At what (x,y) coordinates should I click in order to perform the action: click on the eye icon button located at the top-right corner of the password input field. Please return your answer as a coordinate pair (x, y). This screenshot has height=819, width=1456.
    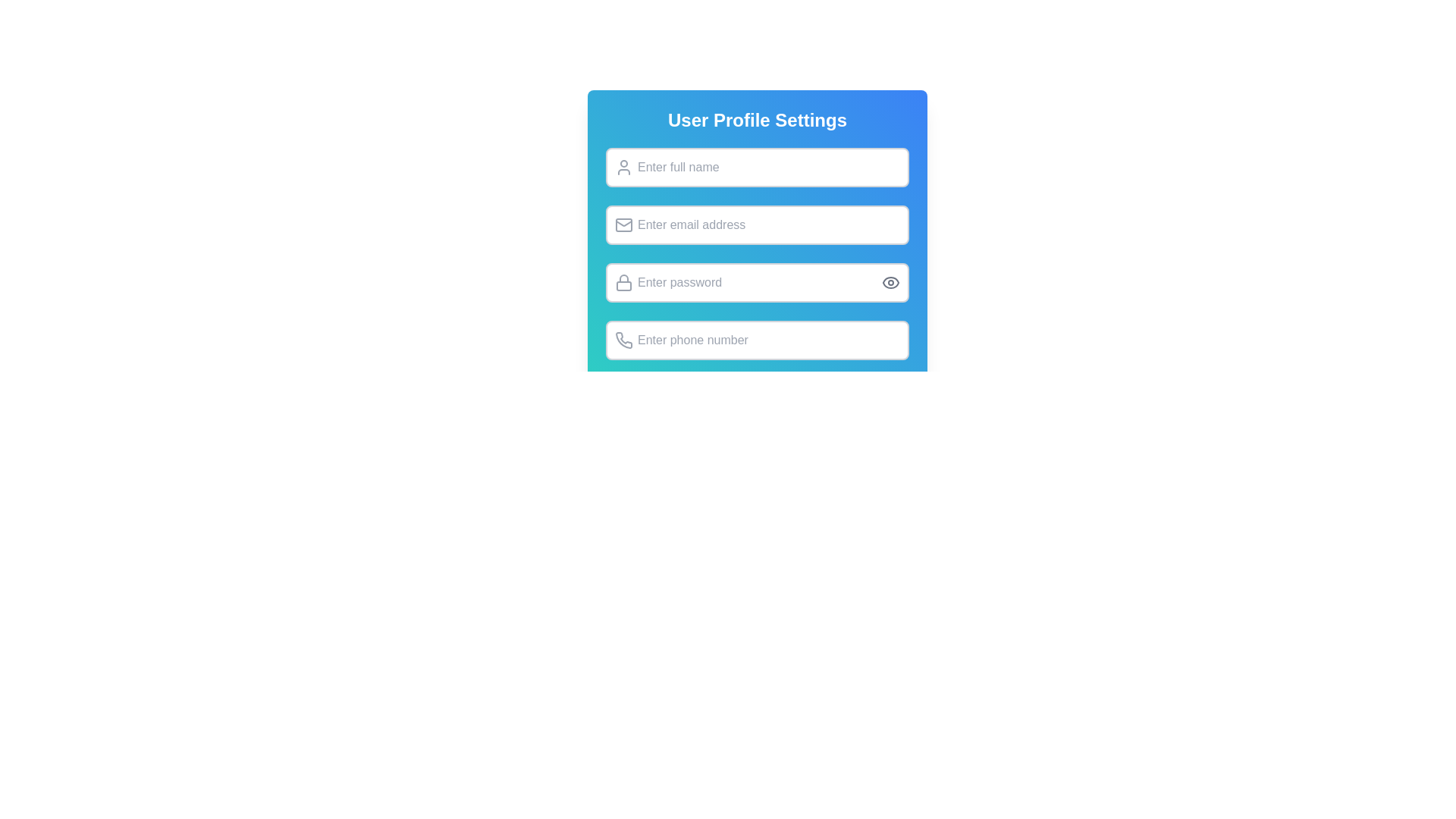
    Looking at the image, I should click on (891, 283).